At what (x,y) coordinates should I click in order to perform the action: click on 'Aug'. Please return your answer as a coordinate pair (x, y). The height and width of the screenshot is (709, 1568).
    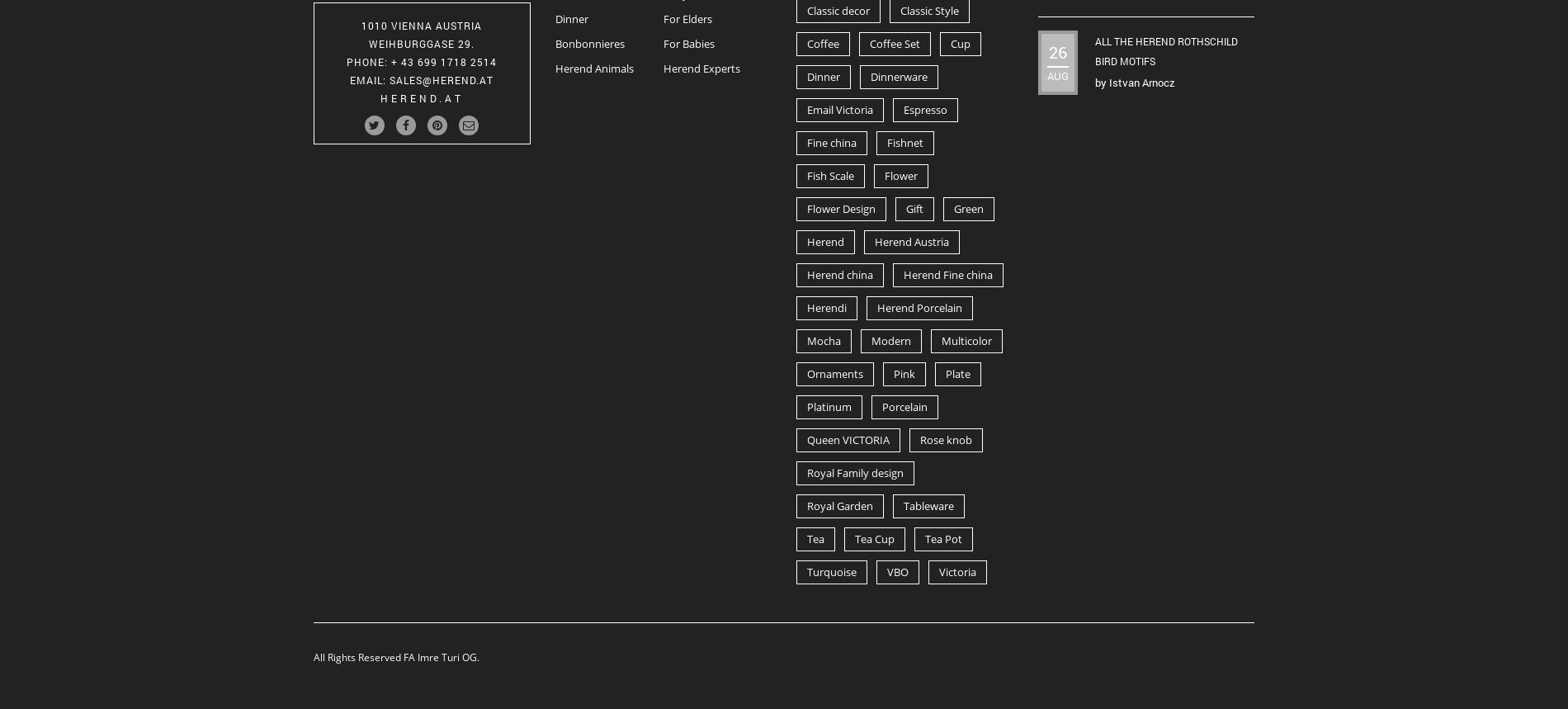
    Looking at the image, I should click on (1056, 74).